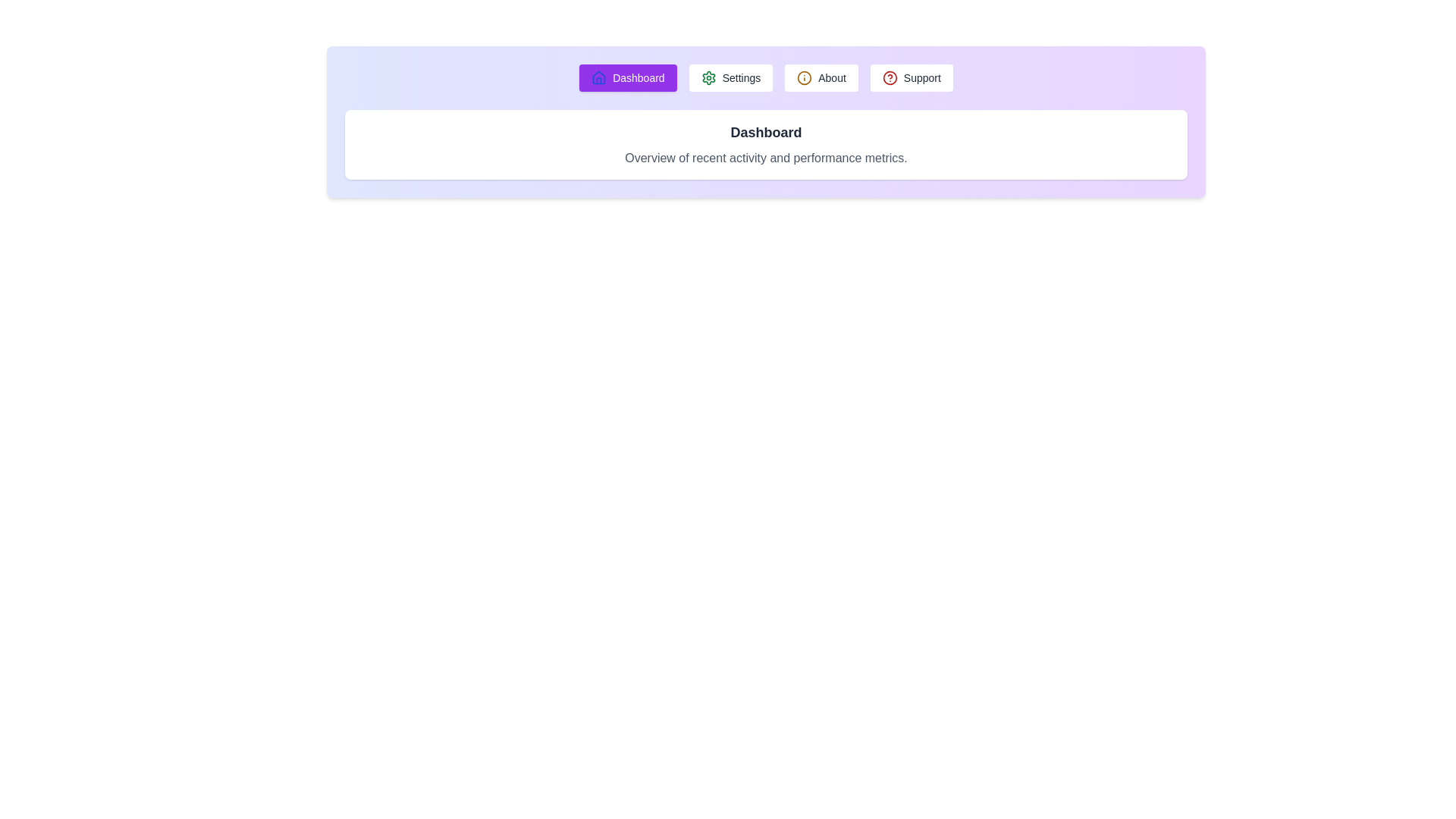 Image resolution: width=1456 pixels, height=819 pixels. What do you see at coordinates (730, 78) in the screenshot?
I see `the tab labeled Settings` at bounding box center [730, 78].